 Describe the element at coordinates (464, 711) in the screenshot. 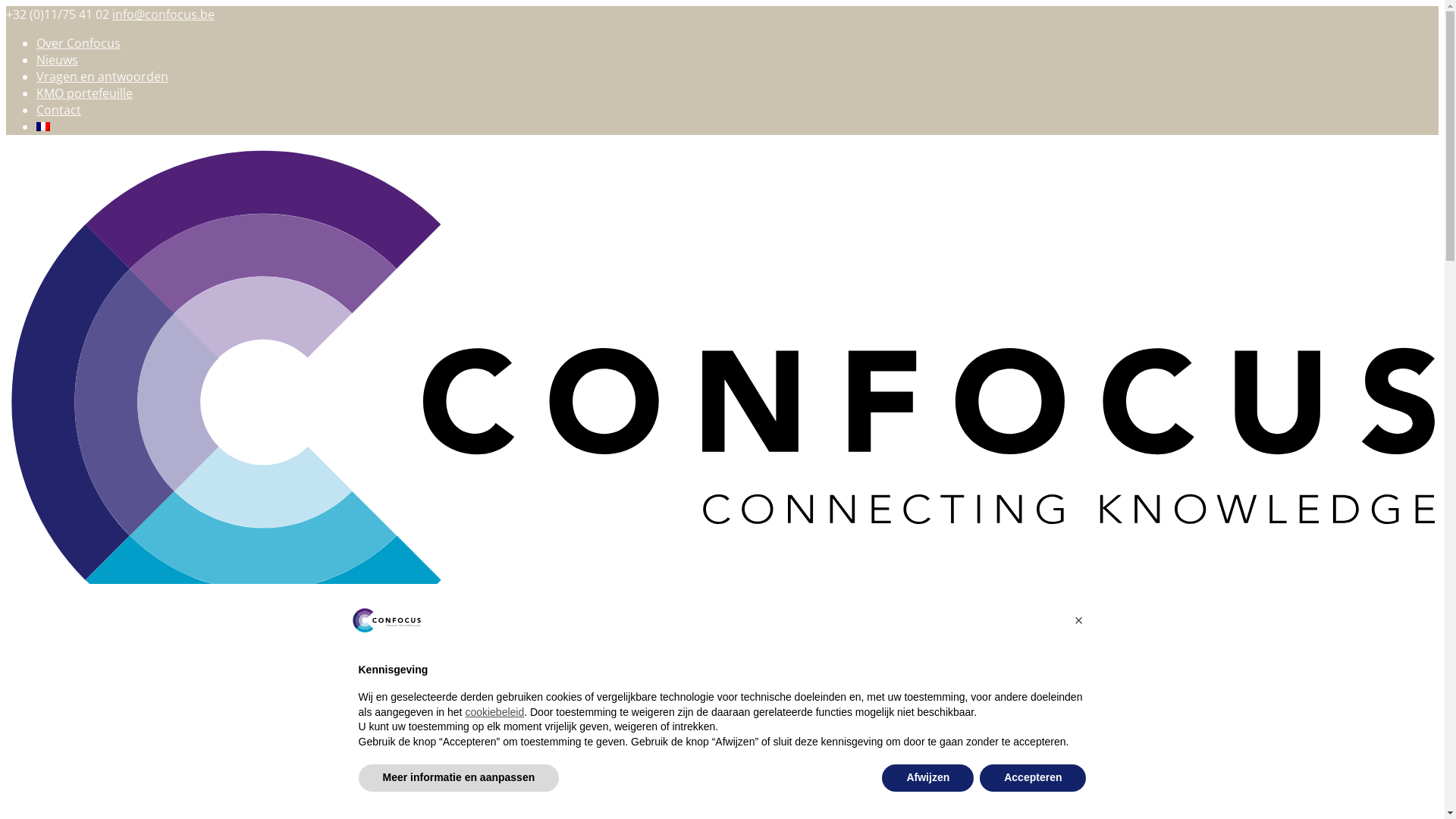

I see `'cookiebeleid'` at that location.